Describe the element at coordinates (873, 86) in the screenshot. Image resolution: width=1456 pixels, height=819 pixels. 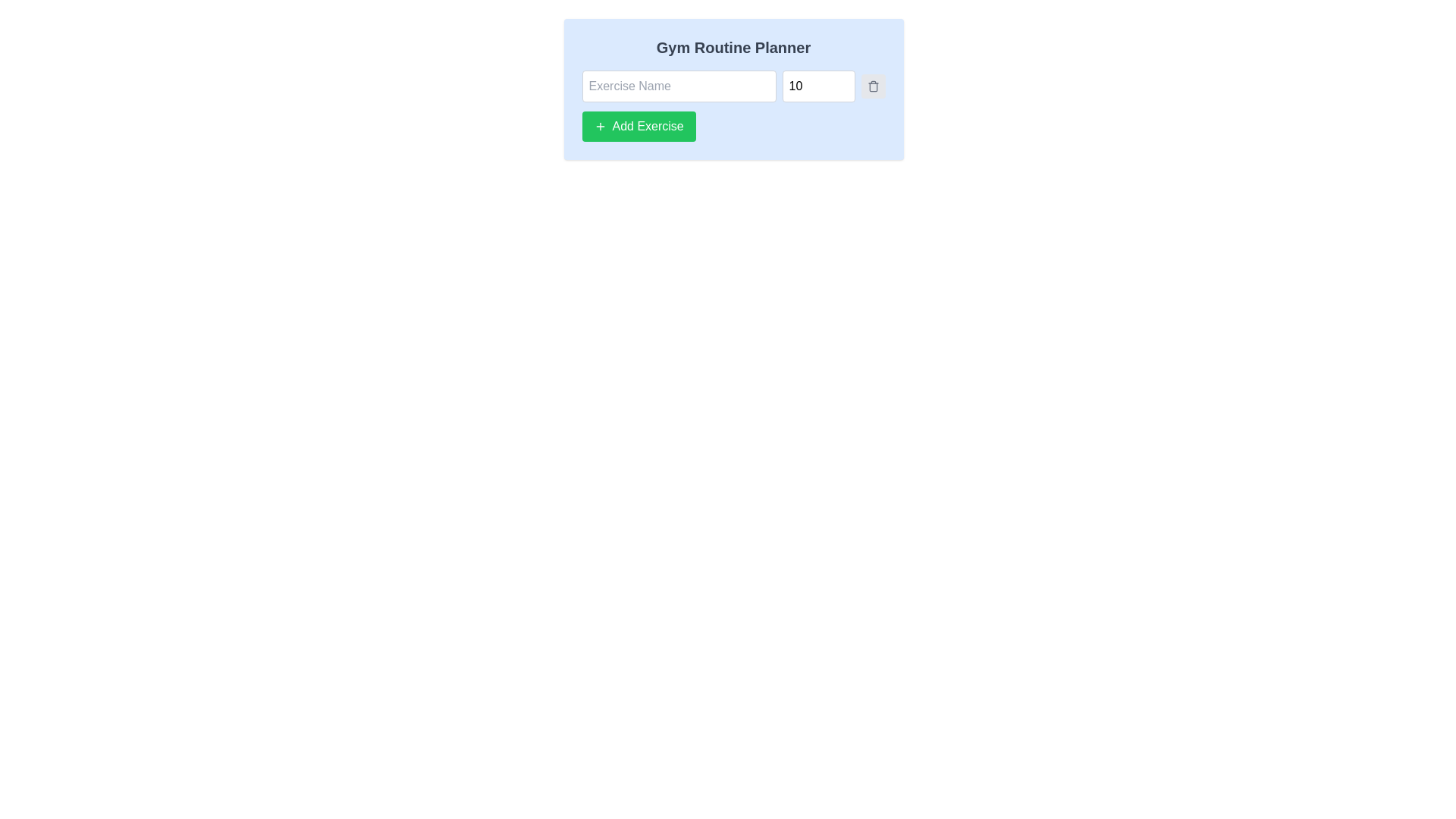
I see `the small, square button with a trash can symbol, which is located on the right side of a numerical input field` at that location.